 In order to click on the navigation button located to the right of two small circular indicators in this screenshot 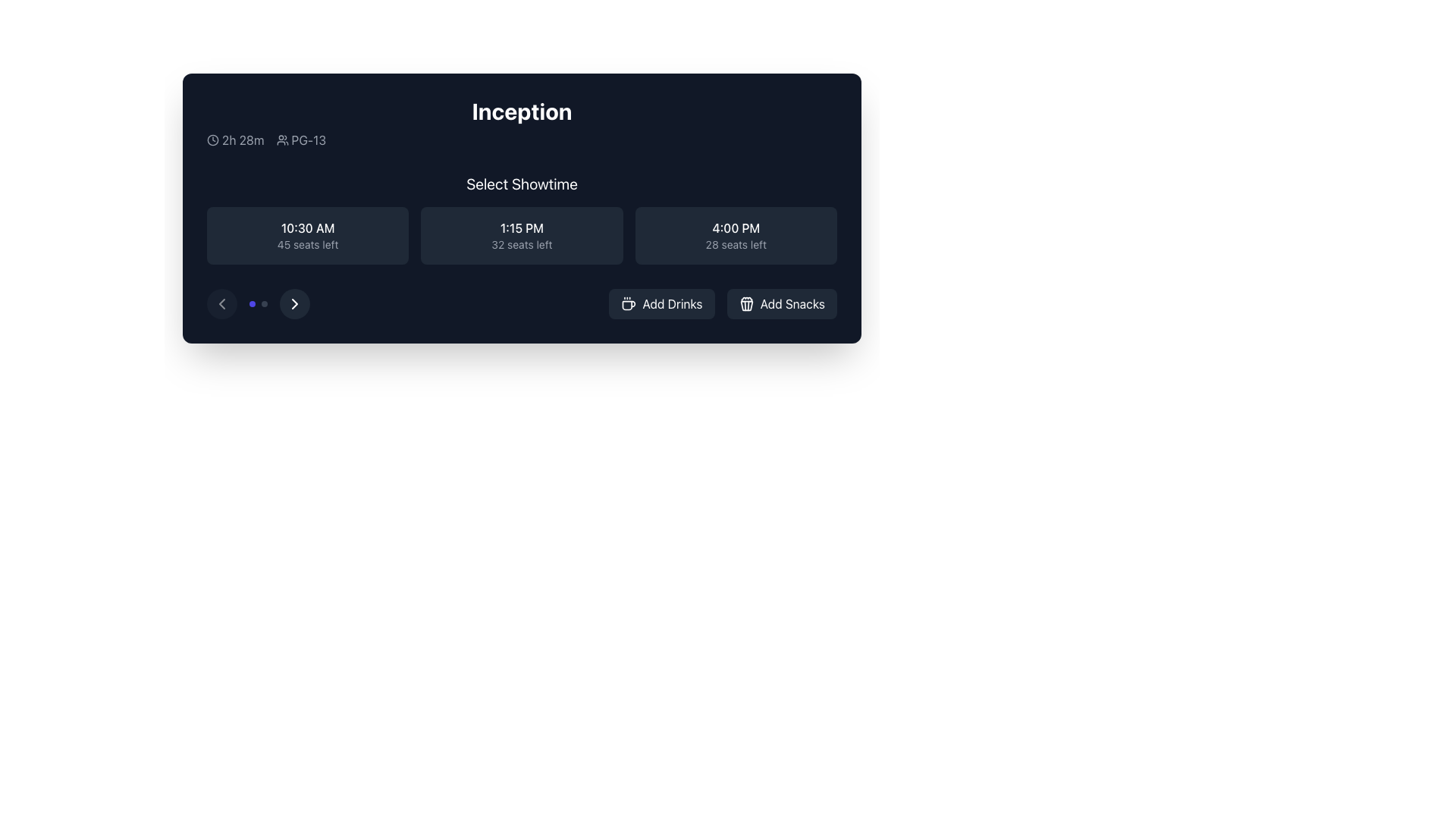, I will do `click(294, 304)`.